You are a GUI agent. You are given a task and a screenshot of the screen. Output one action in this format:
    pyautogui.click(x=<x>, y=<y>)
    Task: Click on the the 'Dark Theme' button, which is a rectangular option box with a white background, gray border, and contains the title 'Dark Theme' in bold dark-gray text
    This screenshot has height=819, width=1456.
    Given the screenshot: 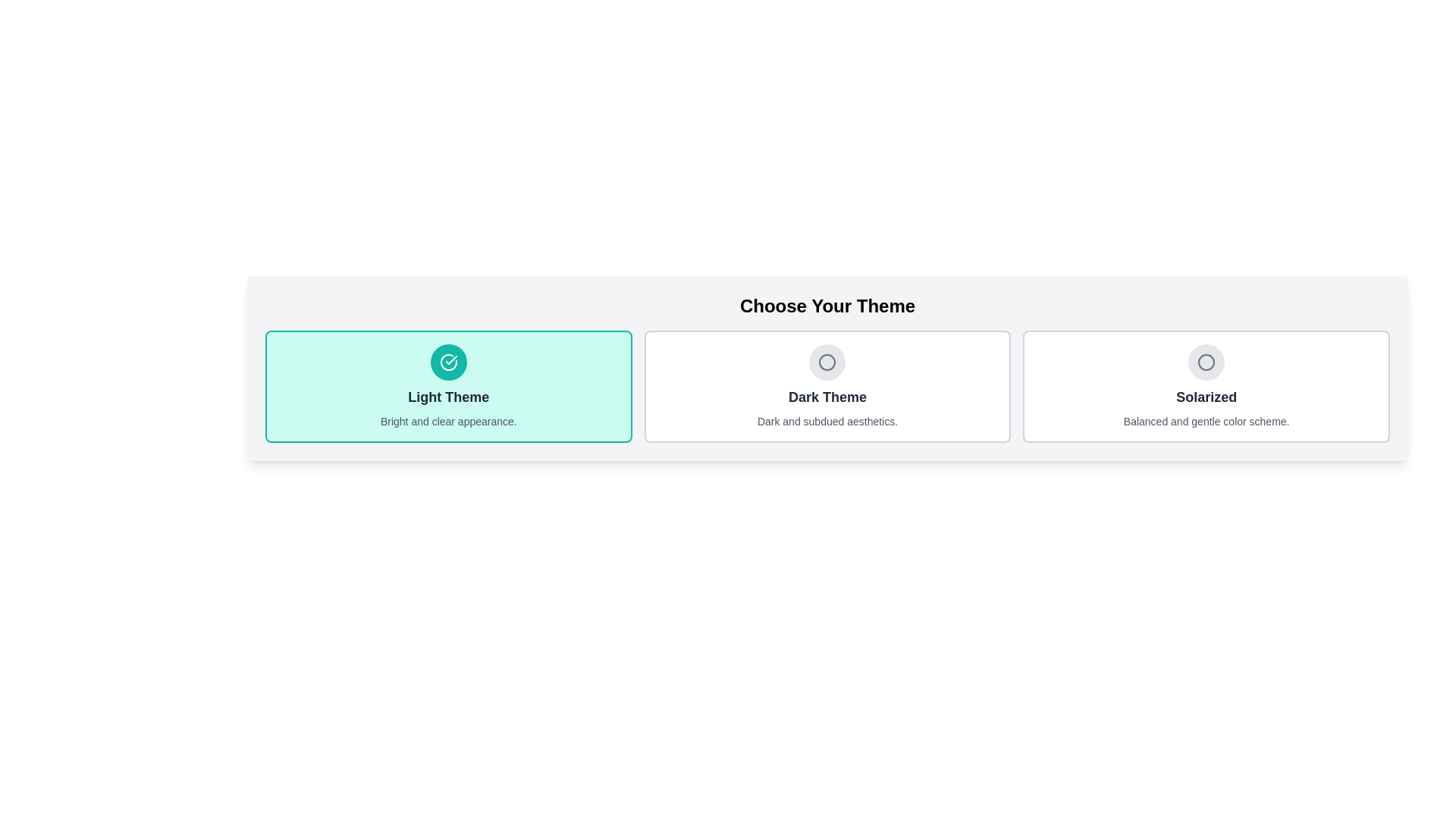 What is the action you would take?
    pyautogui.click(x=827, y=385)
    